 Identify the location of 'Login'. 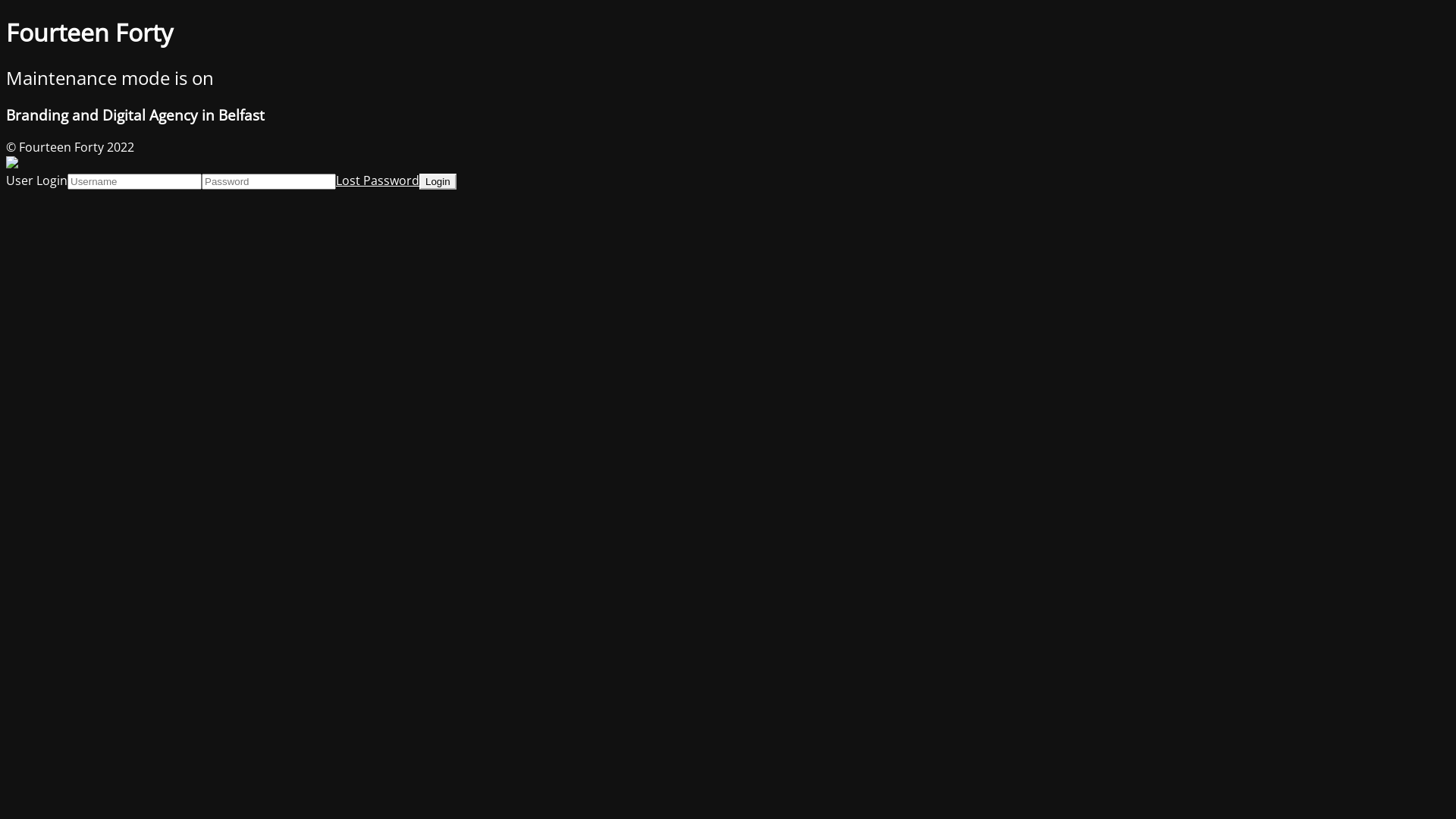
(419, 180).